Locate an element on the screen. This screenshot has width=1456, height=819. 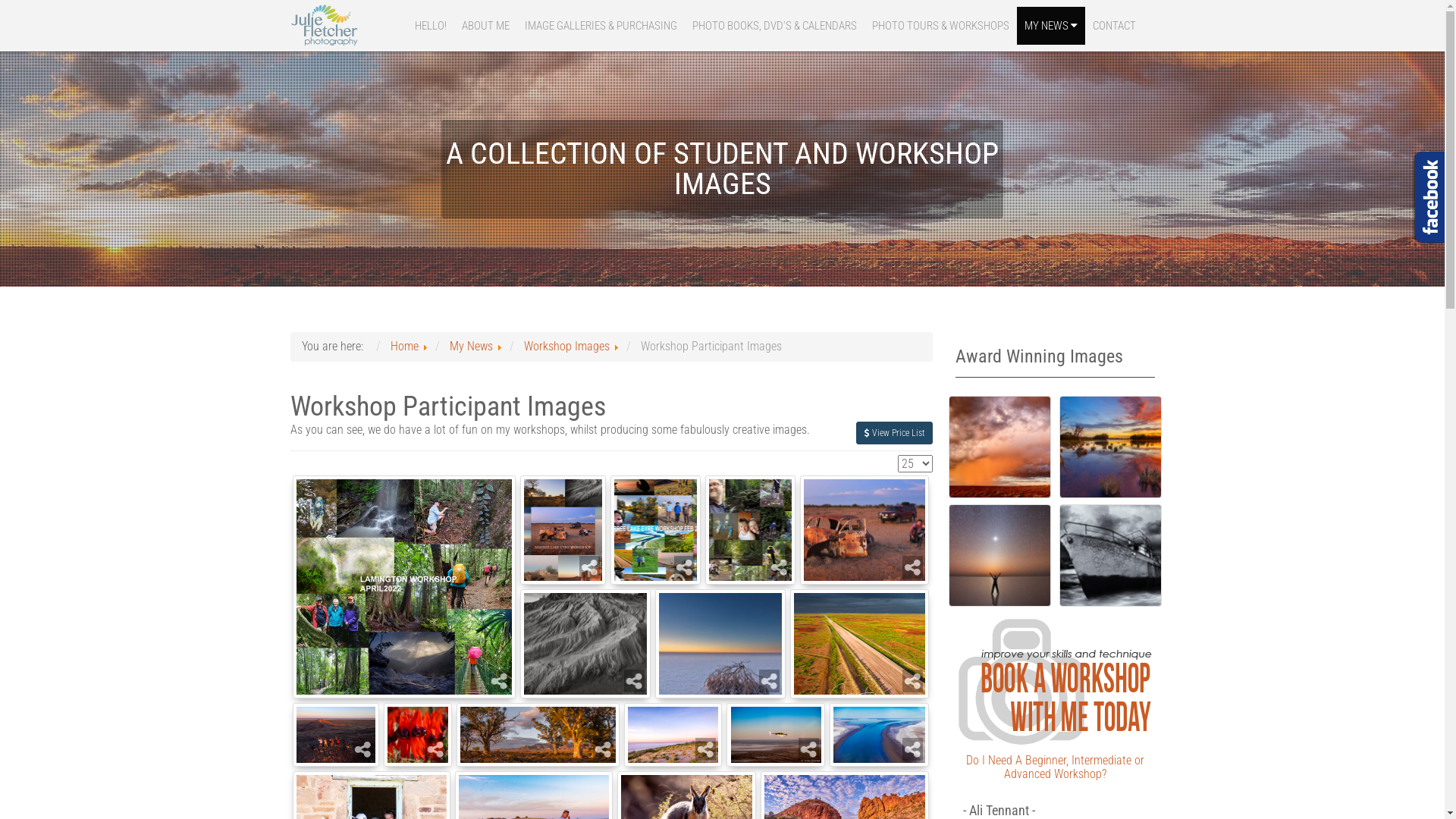
'PHOTO BOOKS, DVD'S & CALENDARS' is located at coordinates (773, 26).